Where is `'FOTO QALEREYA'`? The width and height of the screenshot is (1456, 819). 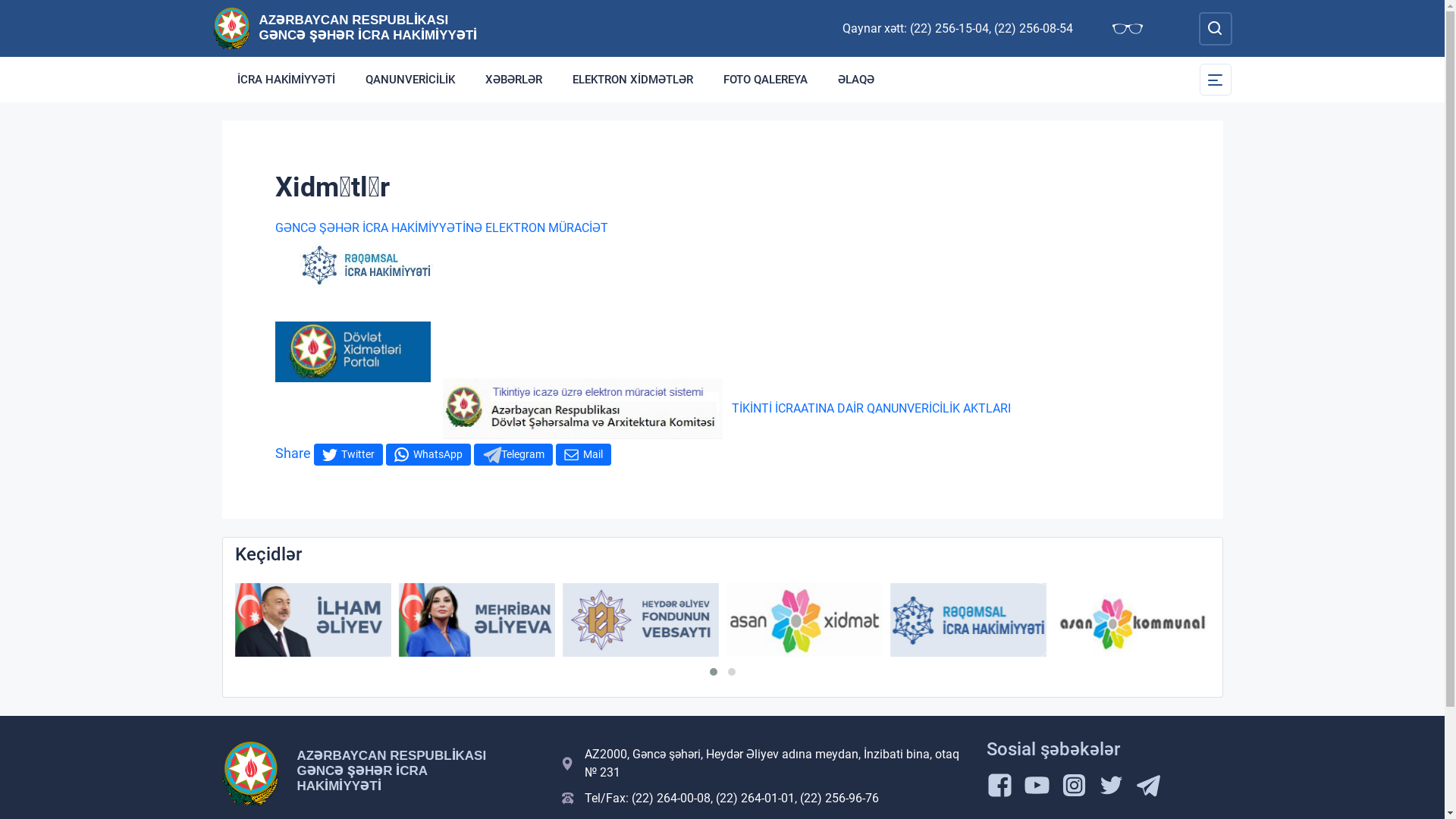 'FOTO QALEREYA' is located at coordinates (765, 79).